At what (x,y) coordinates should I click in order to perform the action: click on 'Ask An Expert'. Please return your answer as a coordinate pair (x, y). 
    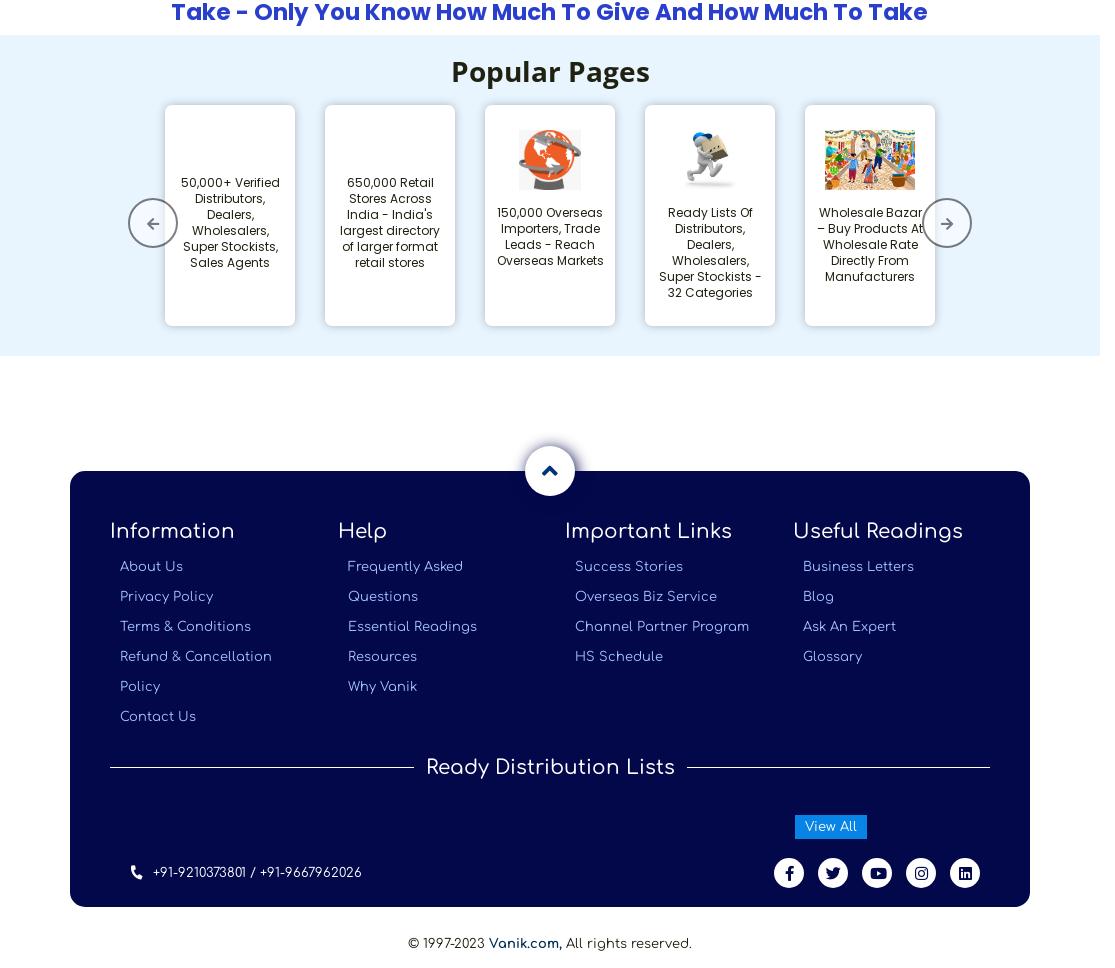
    Looking at the image, I should click on (847, 625).